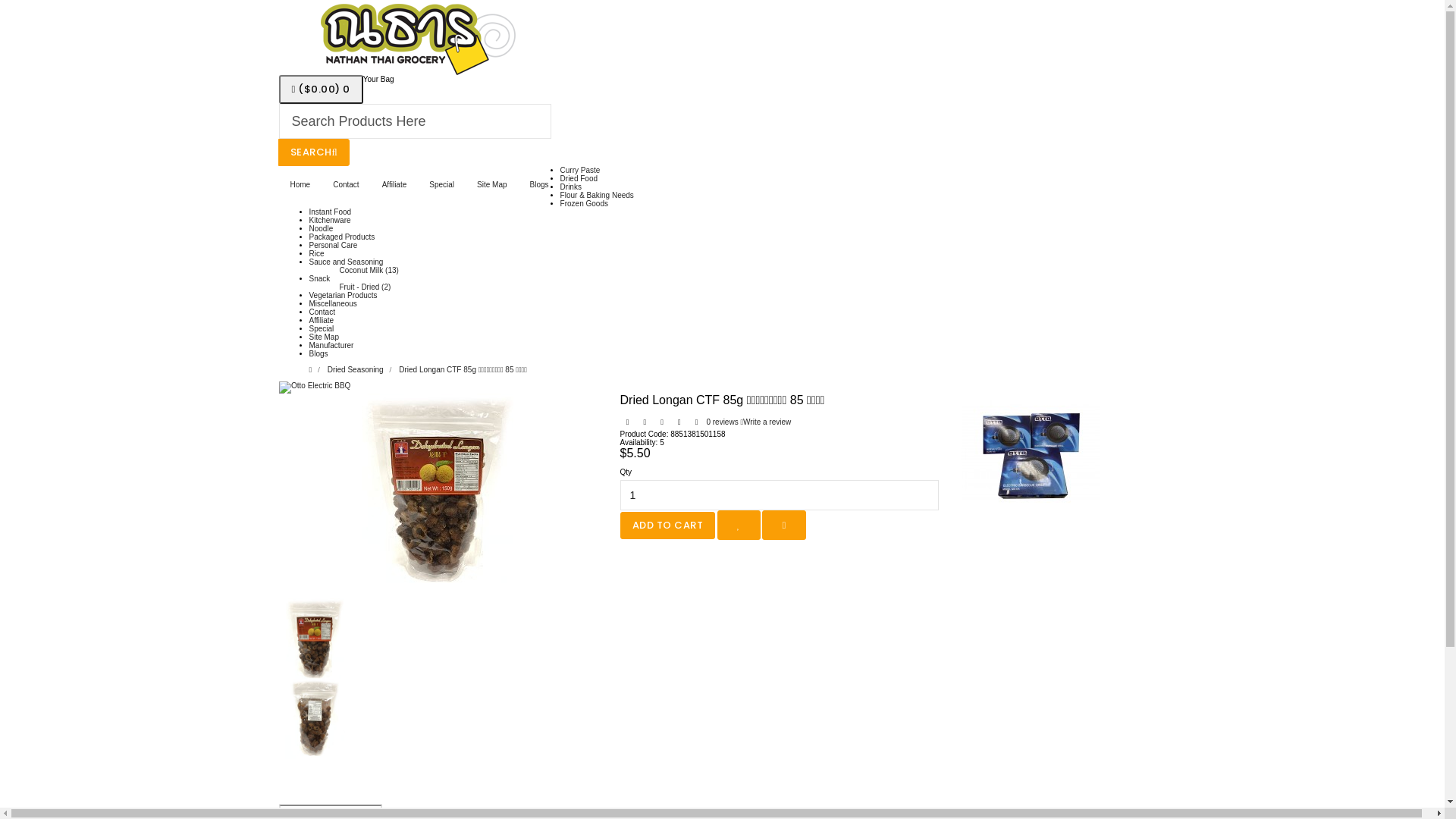 The width and height of the screenshot is (1456, 819). Describe the element at coordinates (716, 524) in the screenshot. I see `'Add to Wish List'` at that location.